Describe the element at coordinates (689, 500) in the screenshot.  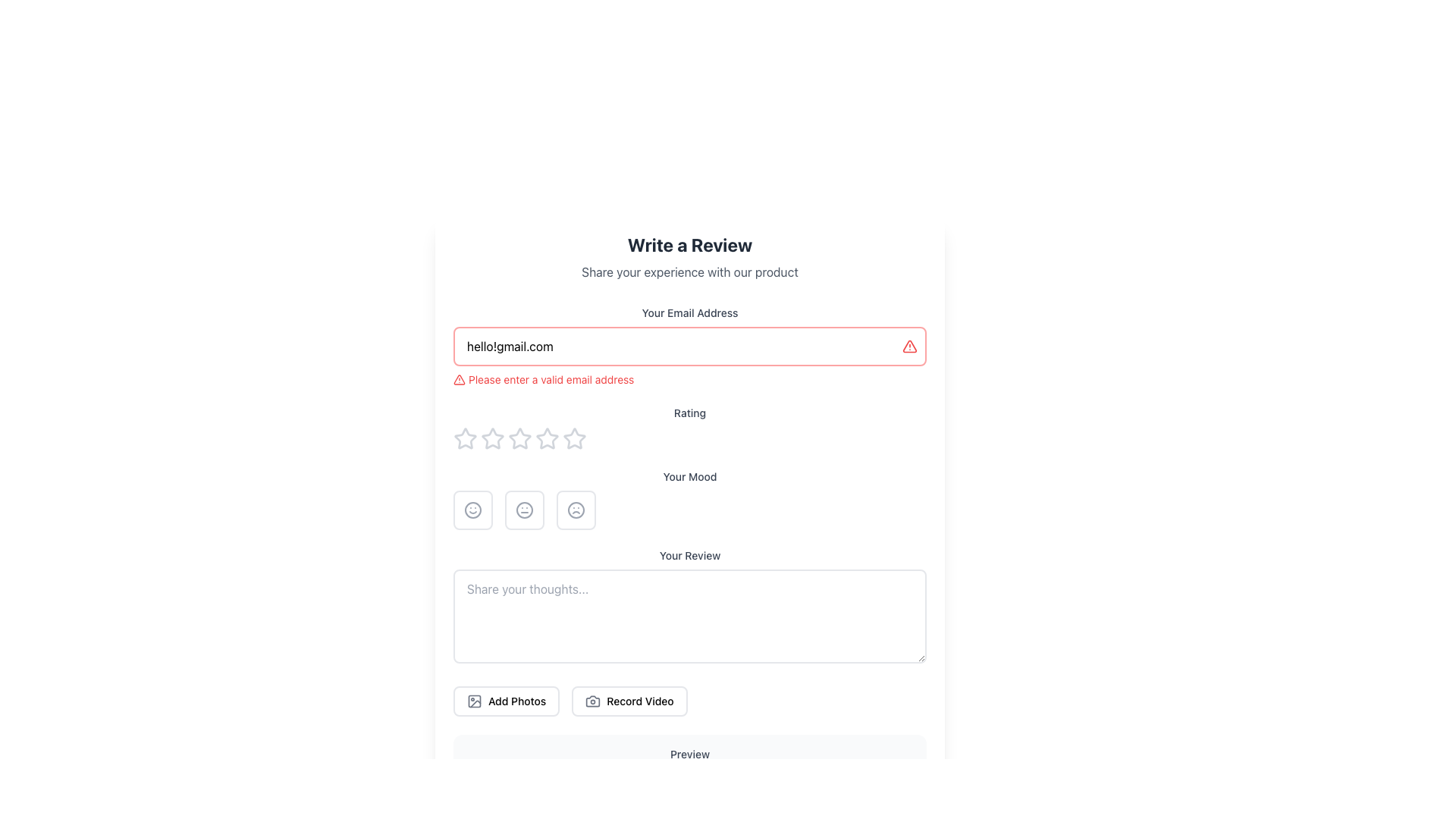
I see `one of the mood icons in the Mood selector component, which is centrally positioned below the 'Rating' section and above the 'Your Review' section, containing icons for smiley, neutral, and frown faces` at that location.